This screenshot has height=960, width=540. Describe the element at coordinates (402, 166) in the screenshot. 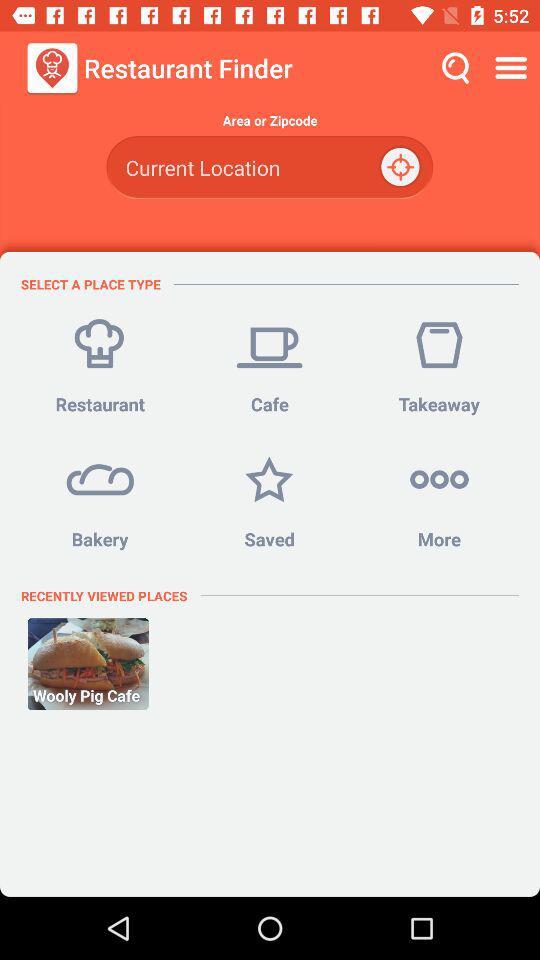

I see `the item below area or zipcode` at that location.